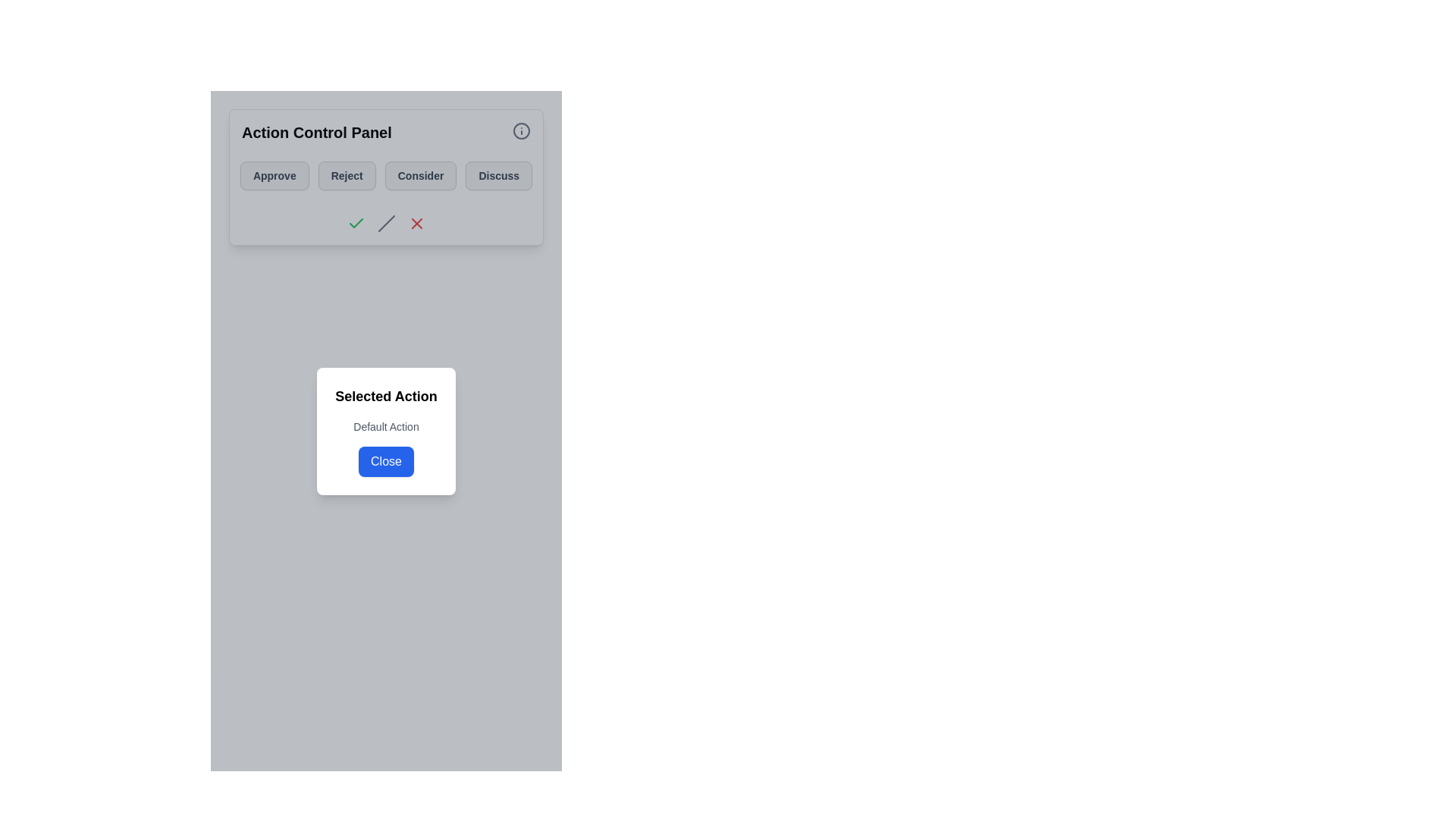 This screenshot has width=1456, height=819. Describe the element at coordinates (386, 223) in the screenshot. I see `the second icon in the Action Control Panel, which signifies disabling or negating an action, located between the green checkmark and red cross icons` at that location.